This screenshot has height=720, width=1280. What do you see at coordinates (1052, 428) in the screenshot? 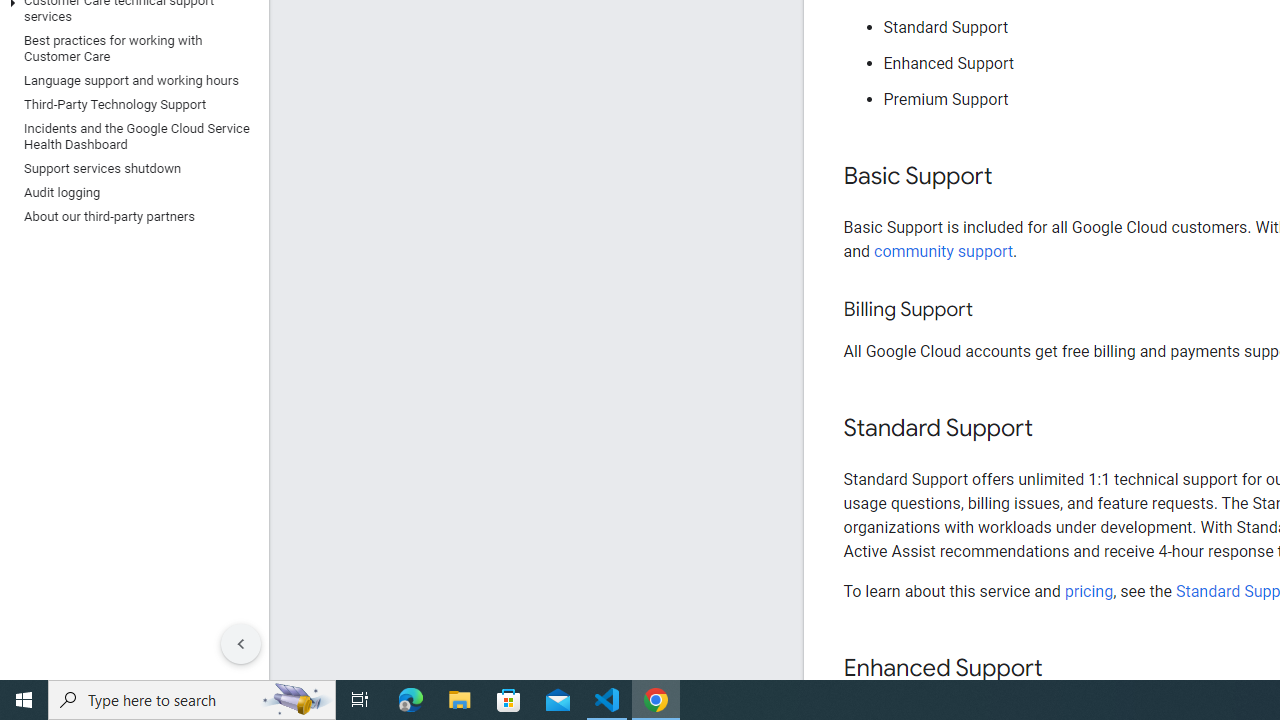
I see `'Copy link to this section: Standard Support'` at bounding box center [1052, 428].